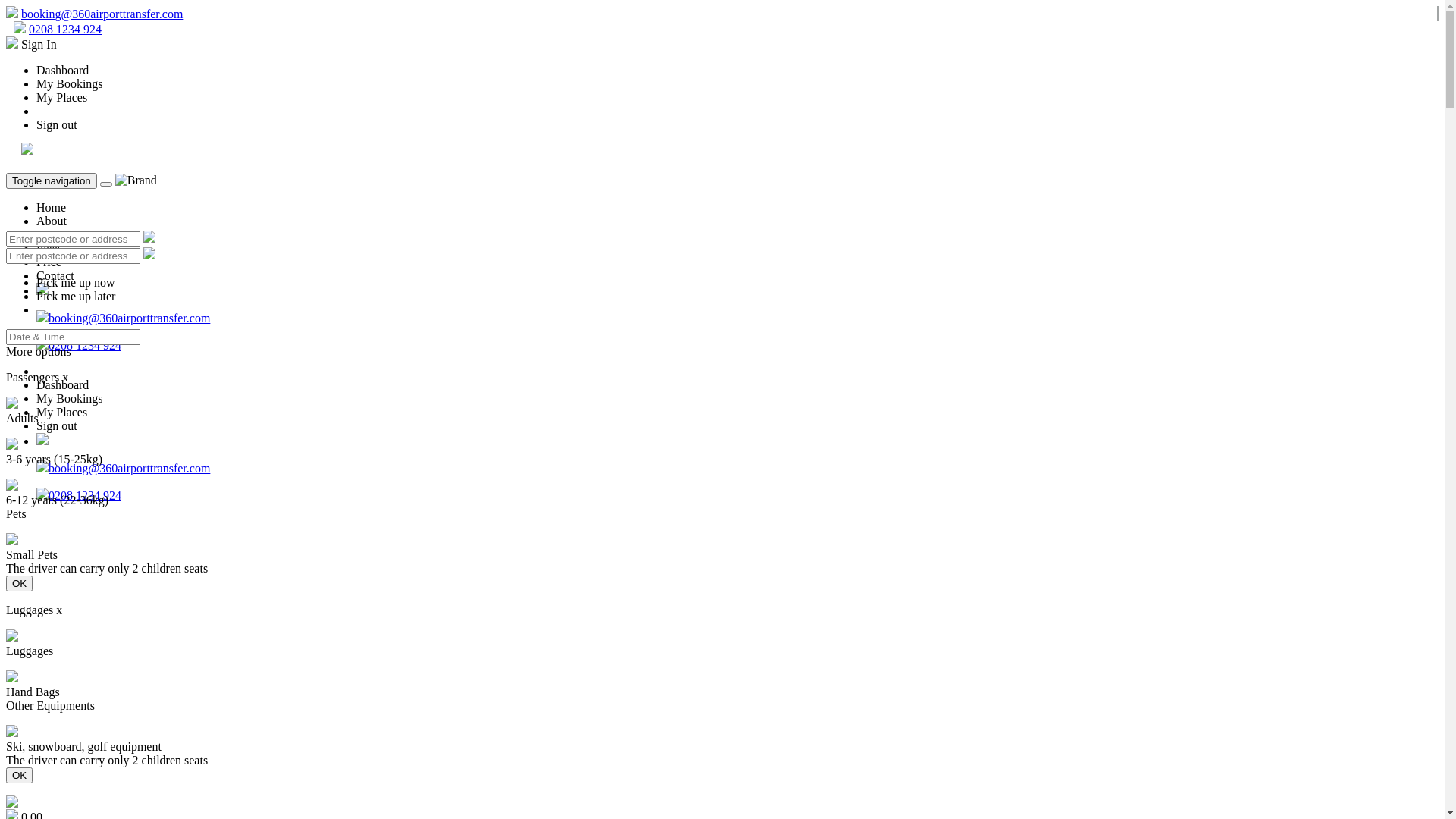  What do you see at coordinates (75, 282) in the screenshot?
I see `'Pick me up now'` at bounding box center [75, 282].